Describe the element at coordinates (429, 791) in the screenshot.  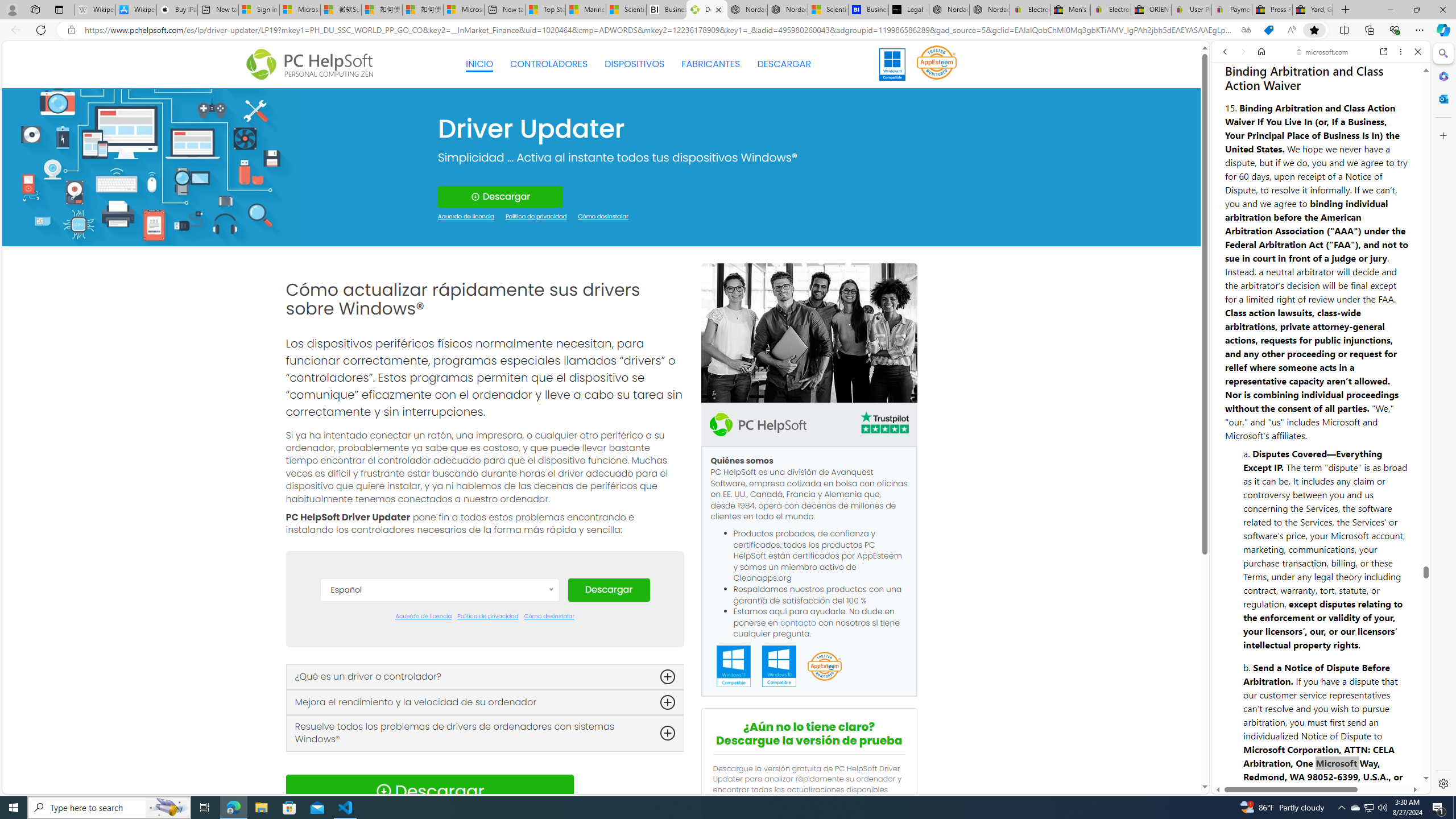
I see `'Download Icon Descargar'` at that location.